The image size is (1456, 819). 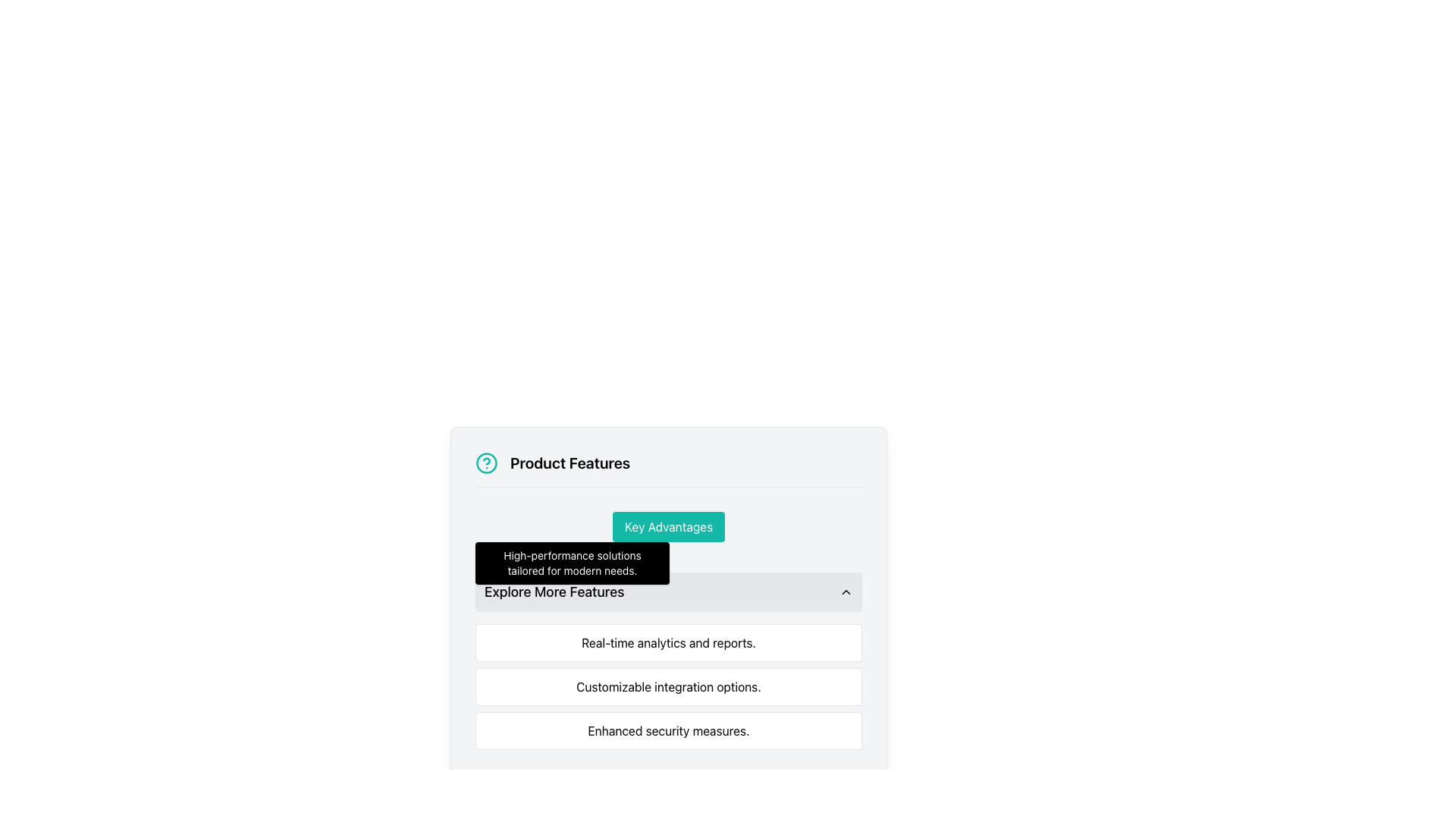 What do you see at coordinates (668, 643) in the screenshot?
I see `the first static text block that provides concise information about one feature of the product, located immediately below the 'Explore More Features' header` at bounding box center [668, 643].